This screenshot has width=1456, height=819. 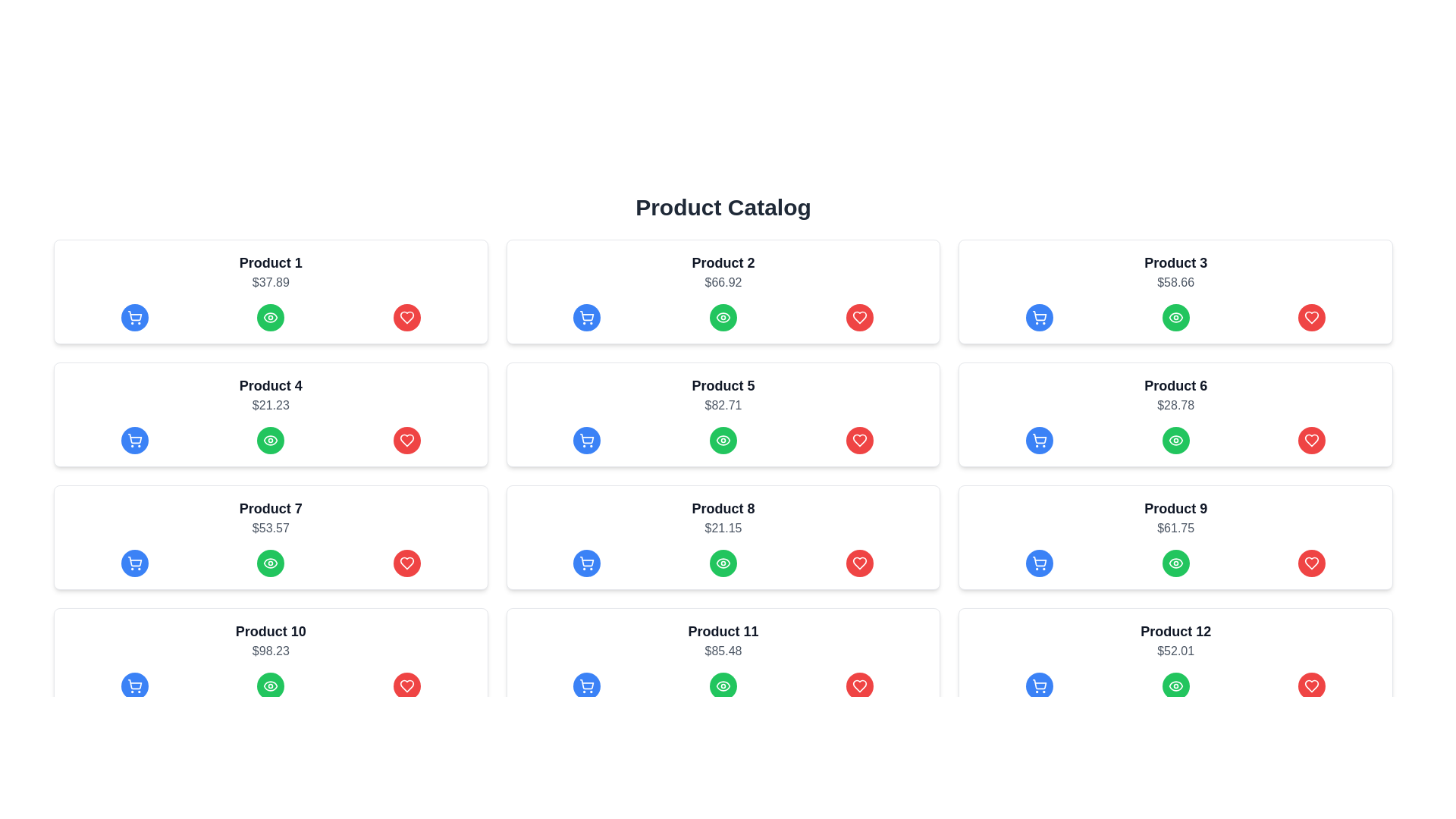 I want to click on the blue circular button with a white shopping cart icon to change its background color, so click(x=586, y=317).